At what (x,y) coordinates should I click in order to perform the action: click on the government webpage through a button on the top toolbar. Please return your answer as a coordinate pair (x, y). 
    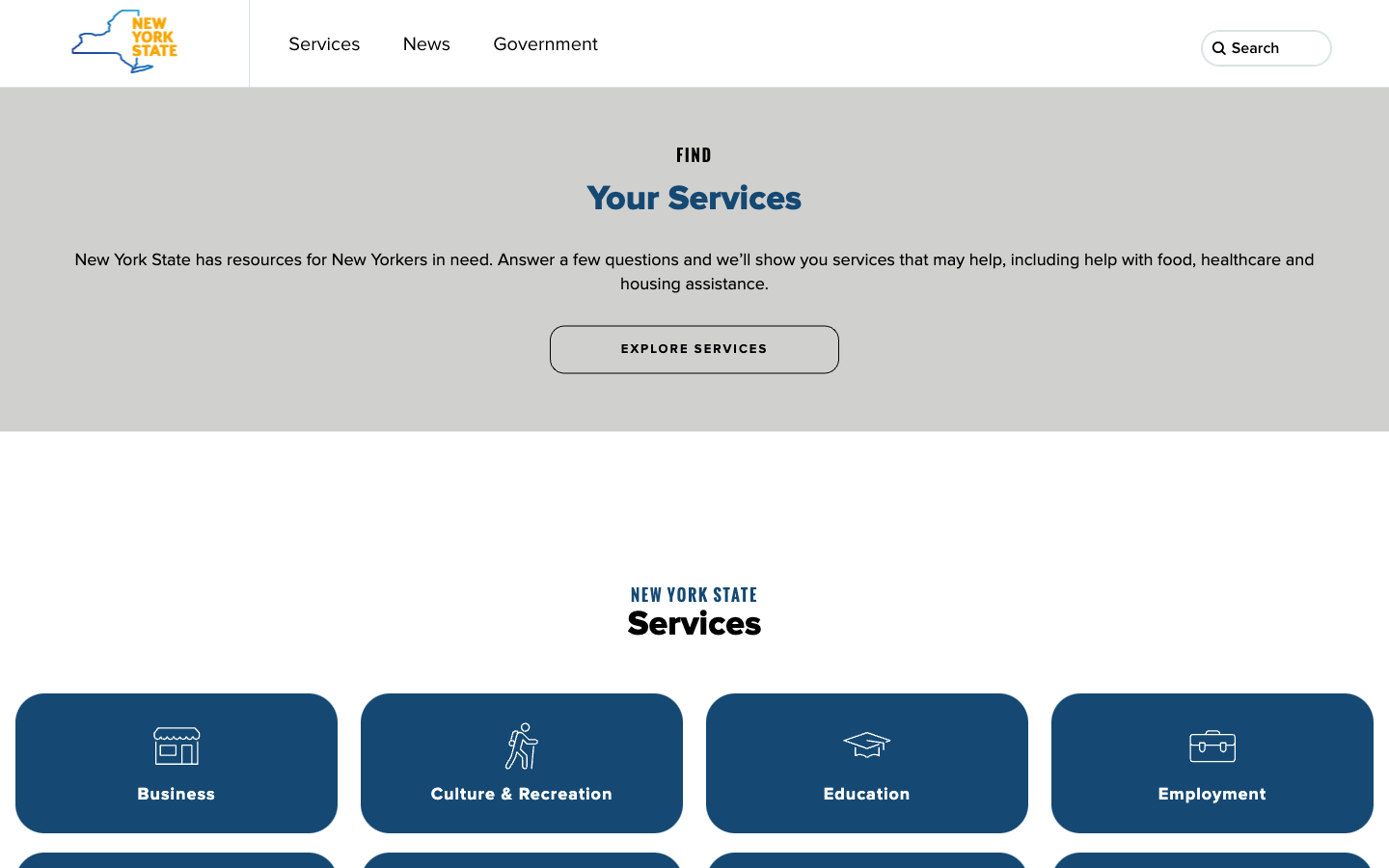
    Looking at the image, I should click on (545, 42).